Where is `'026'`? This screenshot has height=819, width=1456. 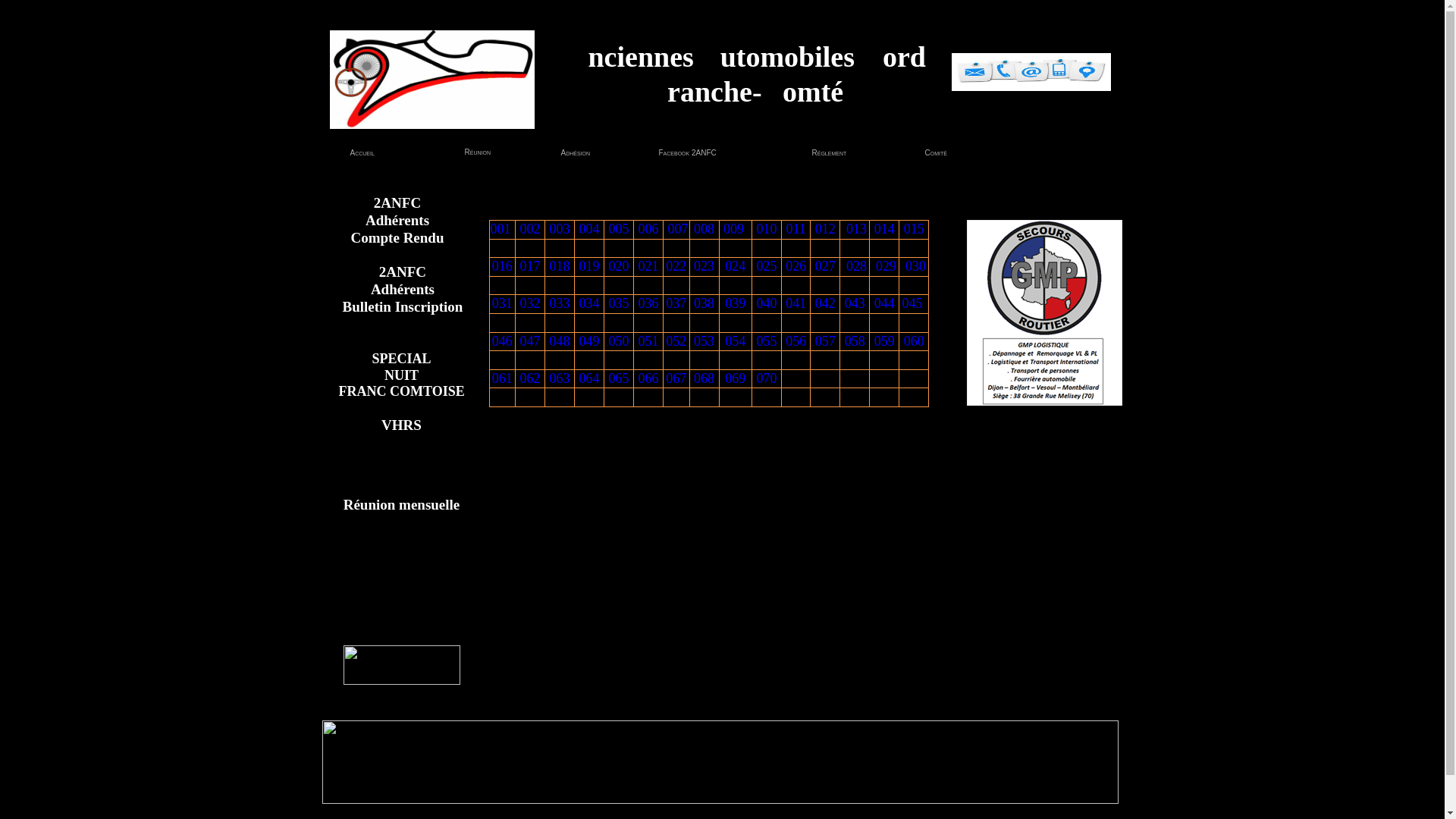 '026' is located at coordinates (795, 265).